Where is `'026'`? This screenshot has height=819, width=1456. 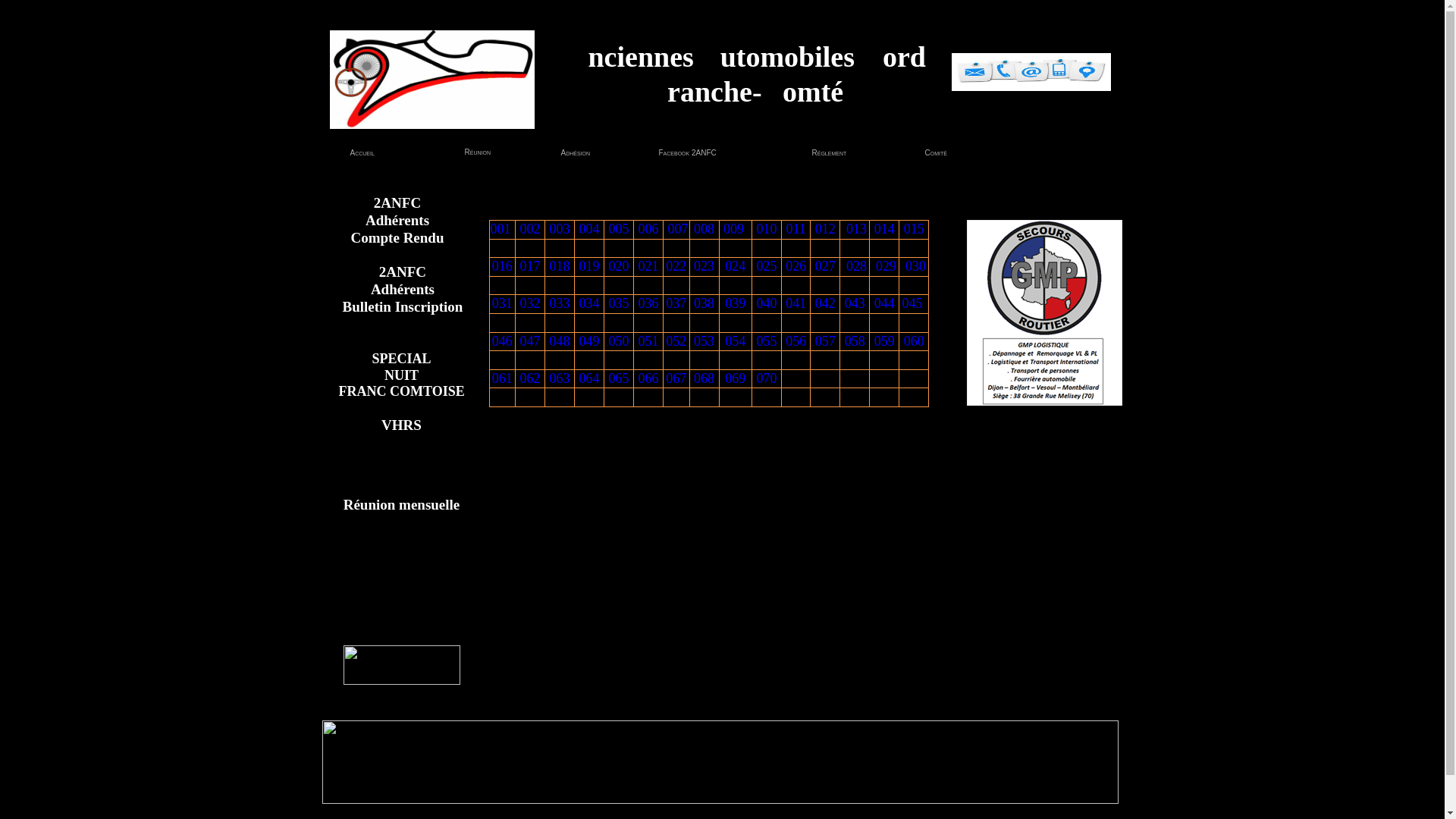 '026' is located at coordinates (795, 265).